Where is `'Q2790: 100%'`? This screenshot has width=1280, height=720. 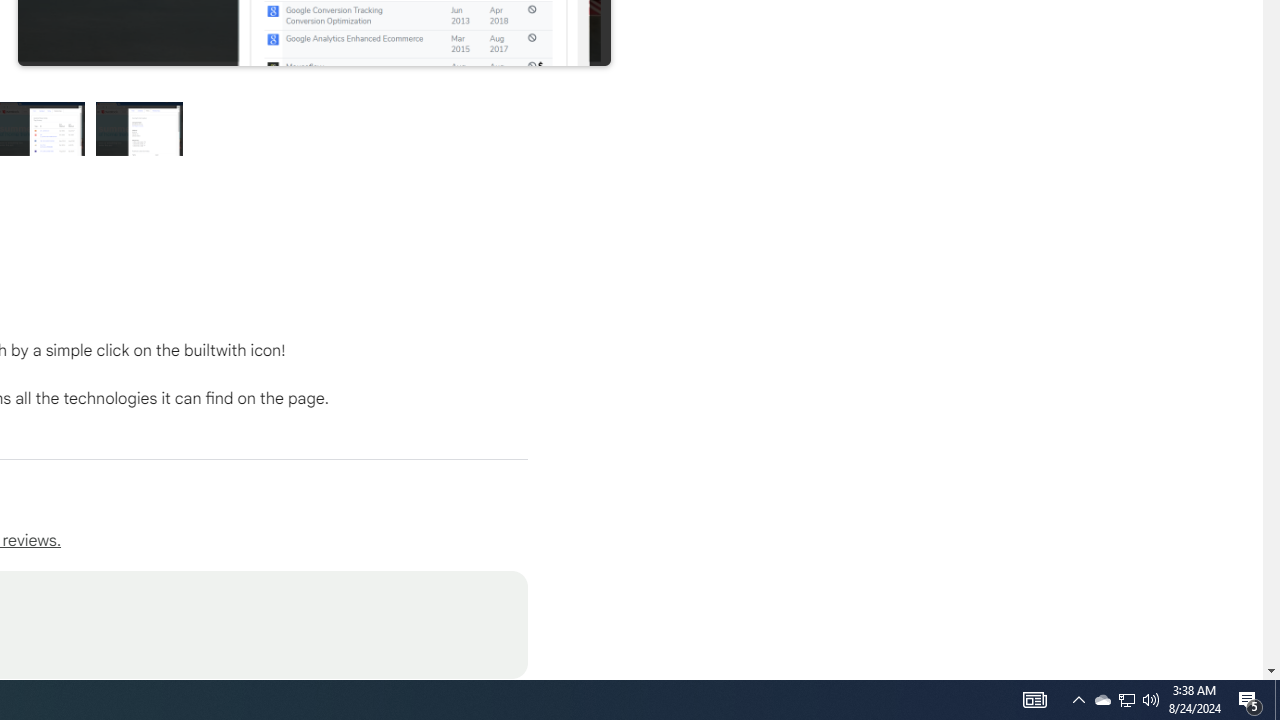 'Q2790: 100%' is located at coordinates (1127, 698).